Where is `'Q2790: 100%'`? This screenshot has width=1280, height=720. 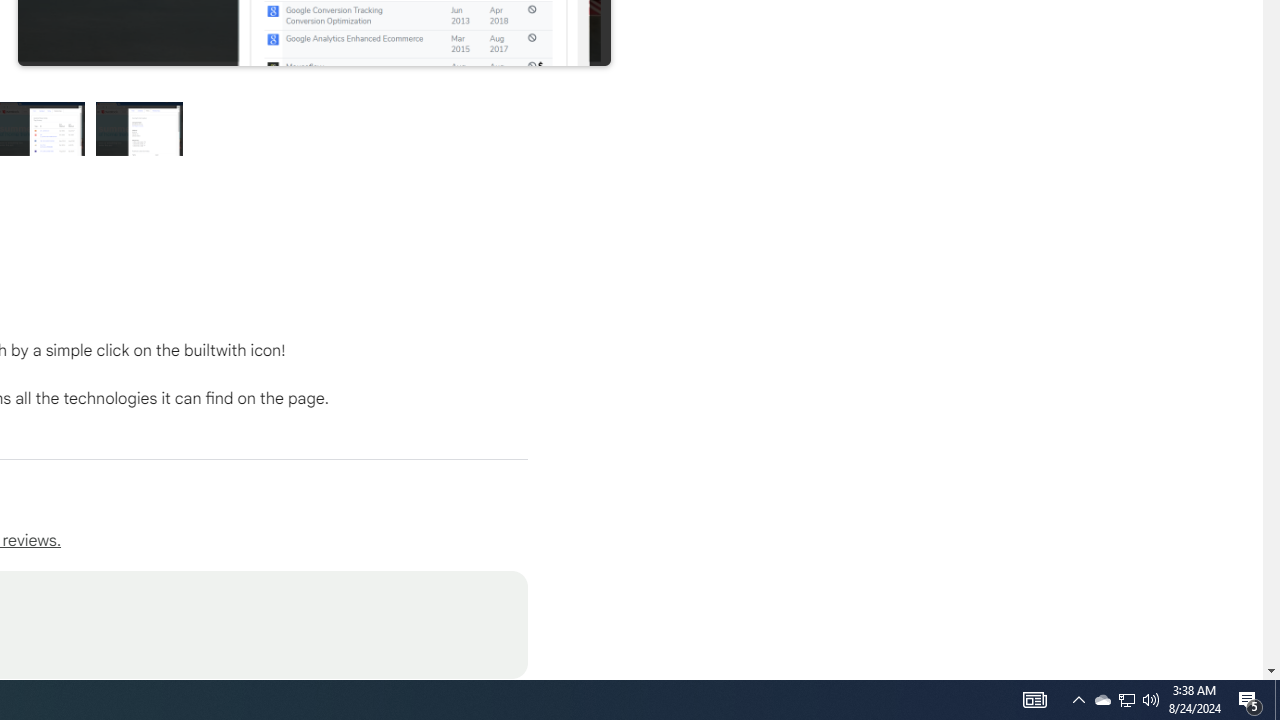 'Q2790: 100%' is located at coordinates (1127, 698).